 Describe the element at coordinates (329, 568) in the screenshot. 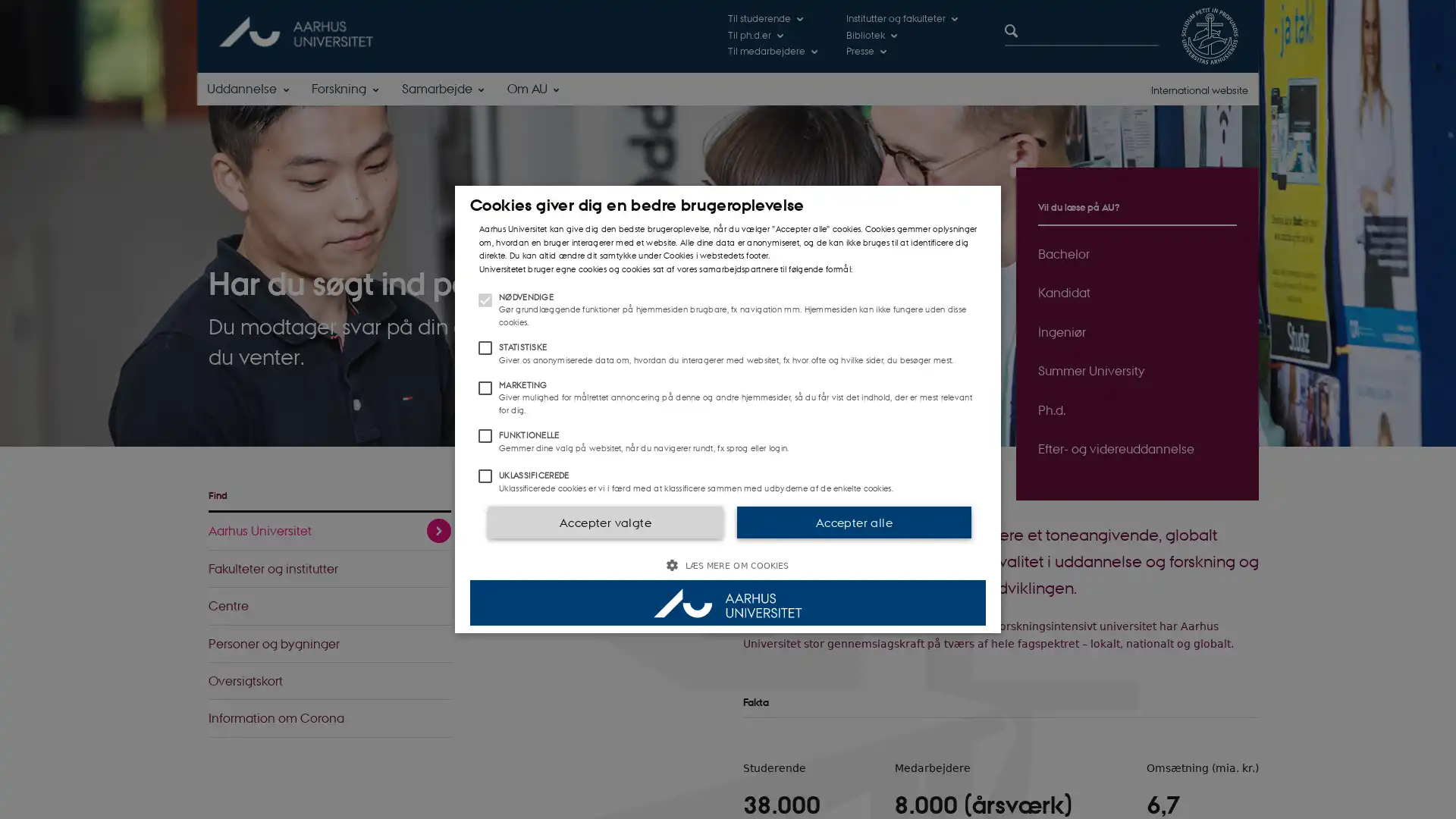

I see `Fakulteter og institutter` at that location.